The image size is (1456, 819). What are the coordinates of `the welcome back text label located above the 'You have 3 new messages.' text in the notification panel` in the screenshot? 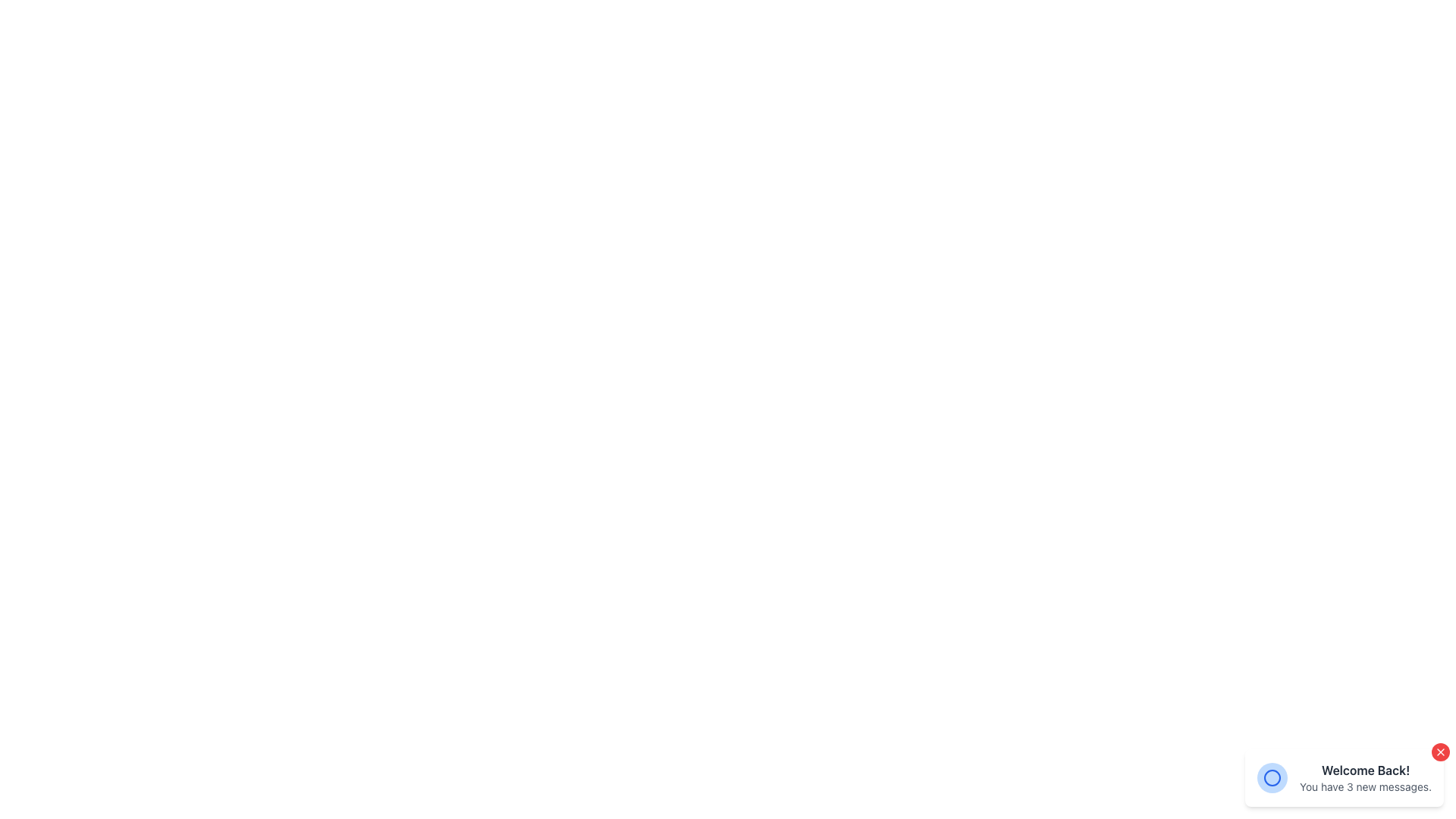 It's located at (1366, 770).